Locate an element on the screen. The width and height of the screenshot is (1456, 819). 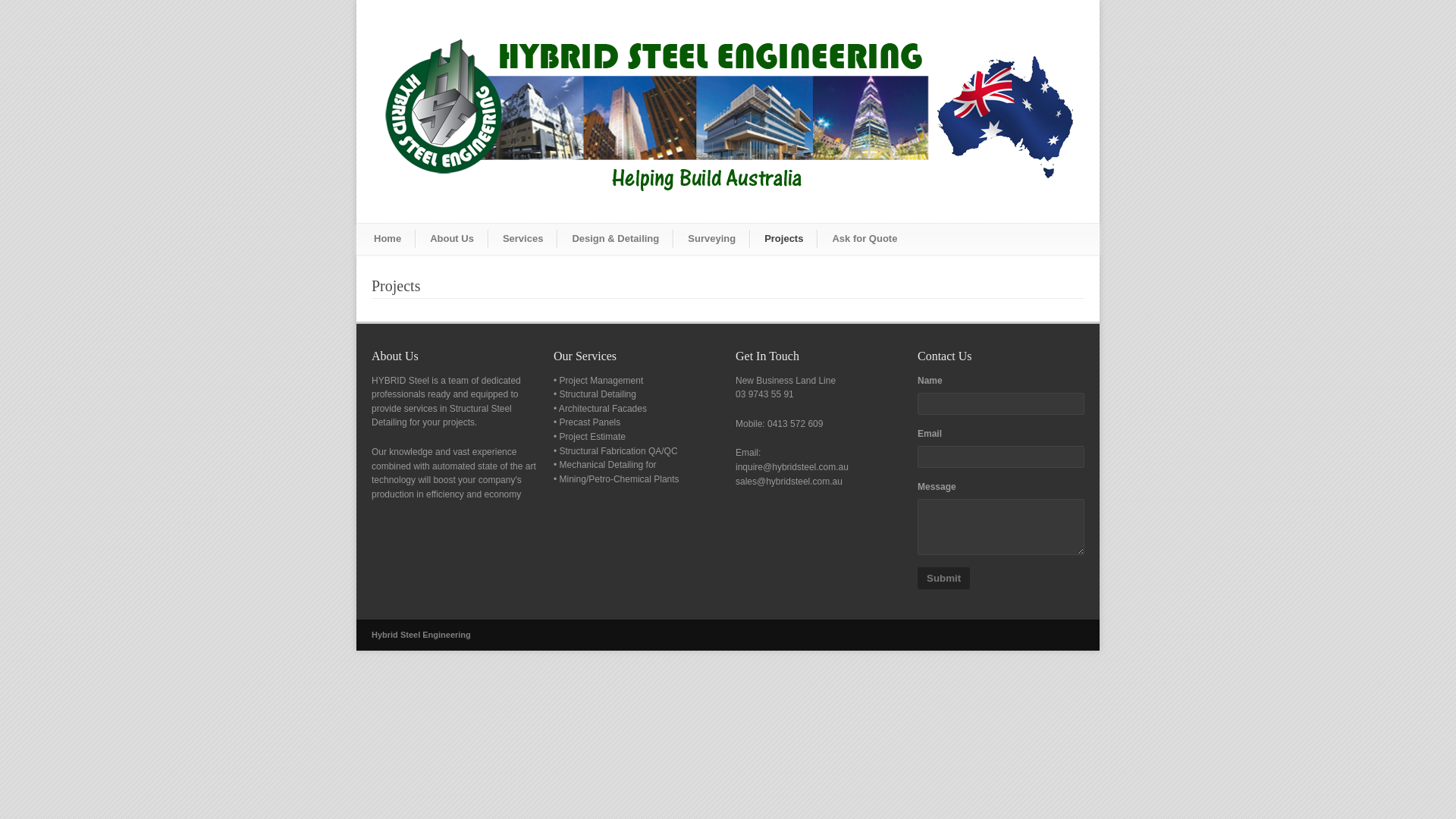
'Submit' is located at coordinates (943, 578).